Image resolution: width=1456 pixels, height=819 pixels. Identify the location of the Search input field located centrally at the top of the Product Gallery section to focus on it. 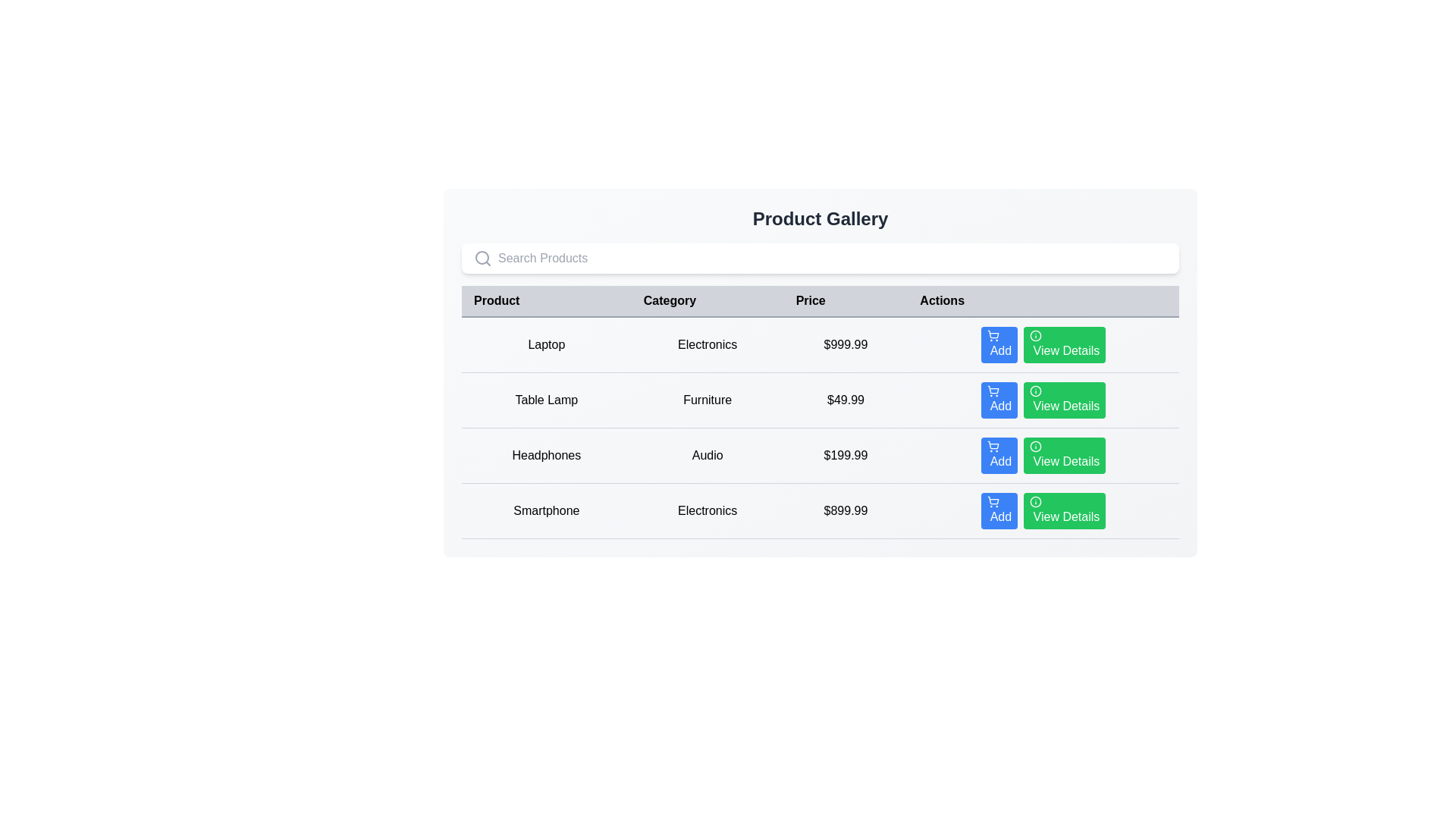
(819, 257).